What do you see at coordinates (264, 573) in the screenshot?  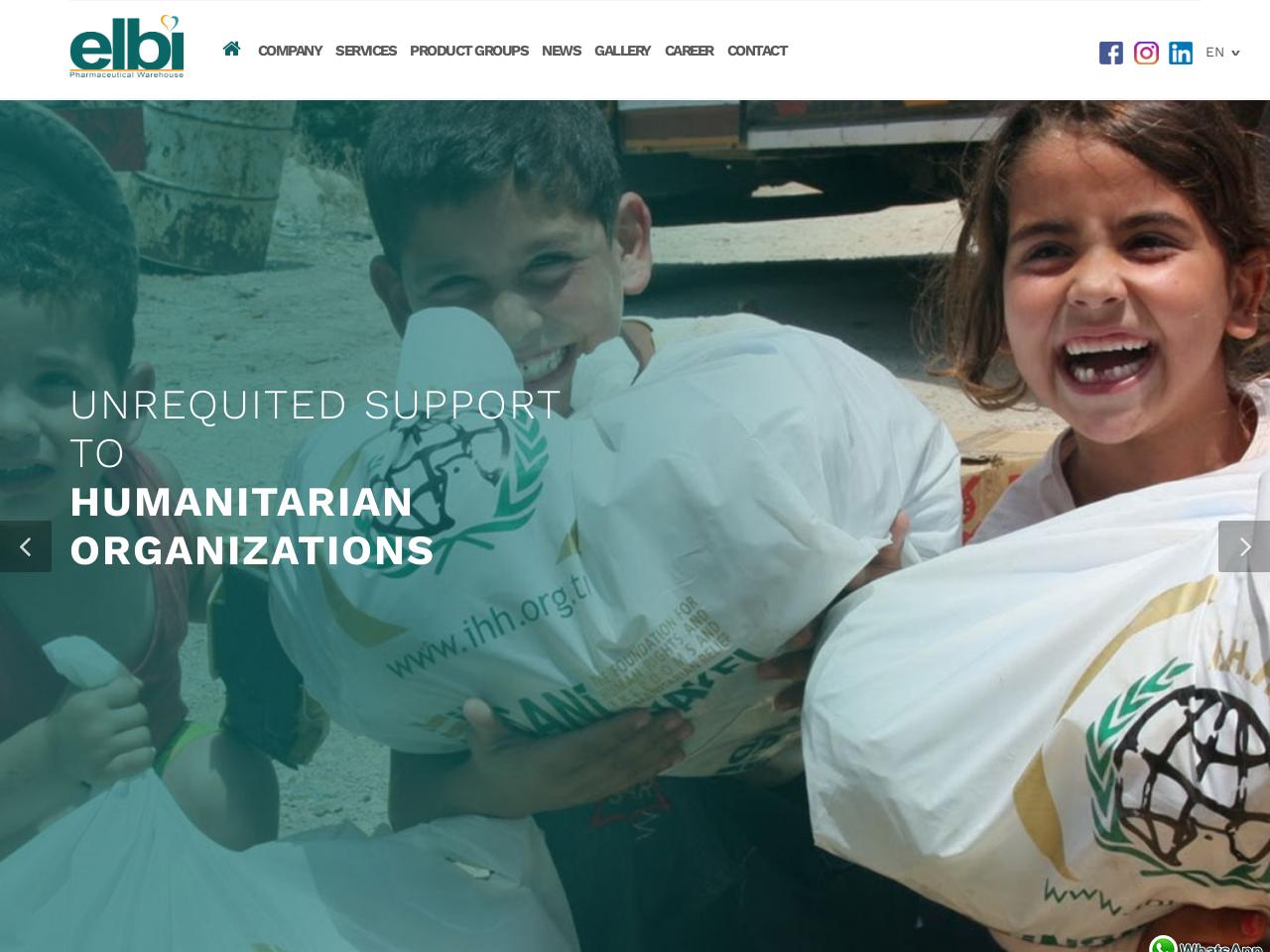 I see `'Elbi Pharmaceutical Warehouse performs parallel exports of the most reliable products in the international arena.'` at bounding box center [264, 573].